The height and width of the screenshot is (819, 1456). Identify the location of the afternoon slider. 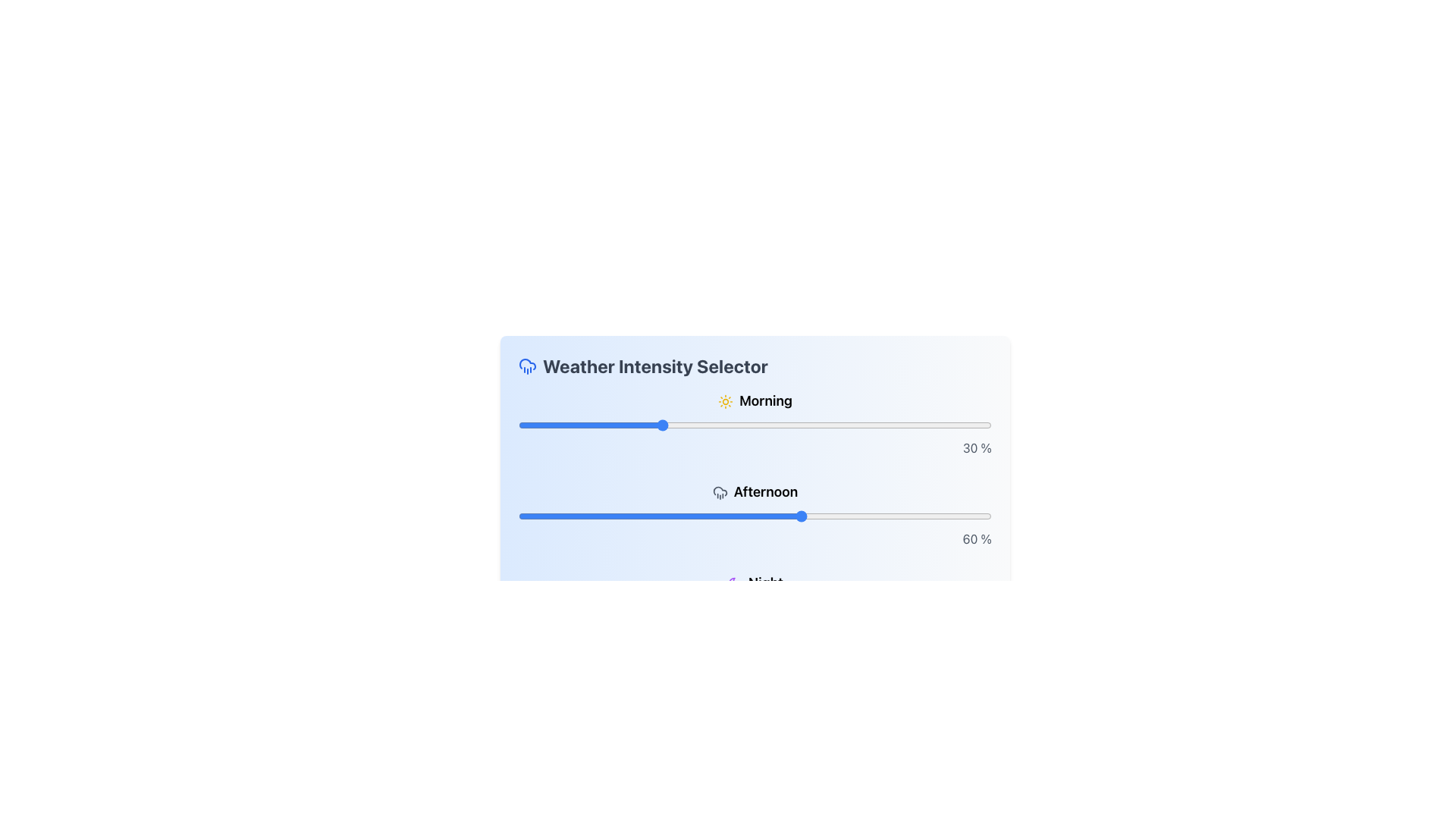
(835, 516).